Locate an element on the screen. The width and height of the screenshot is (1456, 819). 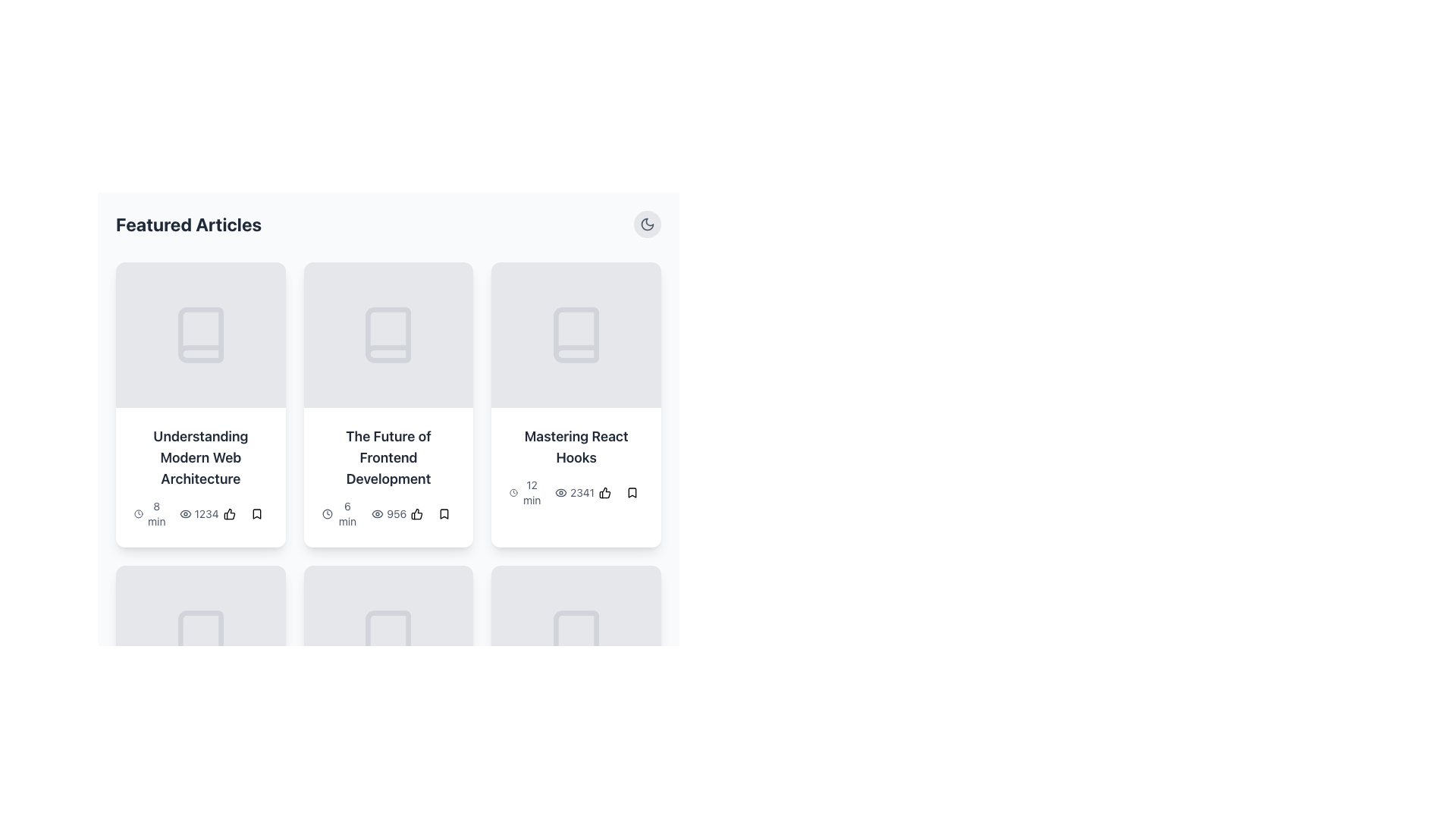
the bookmark button, which is the second button of its type to the right of a thumbs-up button is located at coordinates (256, 795).